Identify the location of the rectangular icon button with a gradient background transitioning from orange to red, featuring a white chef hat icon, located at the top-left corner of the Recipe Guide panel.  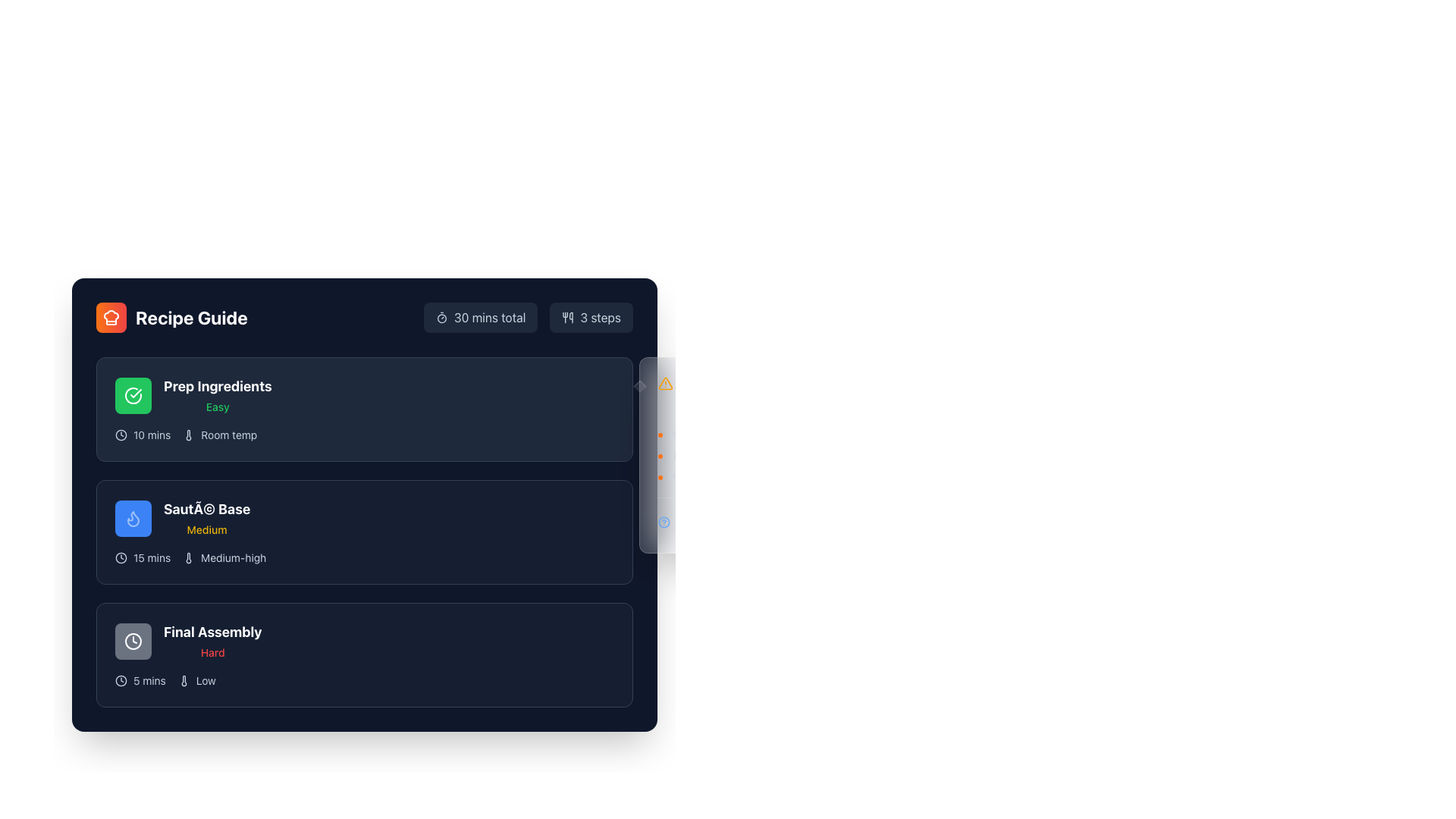
(111, 317).